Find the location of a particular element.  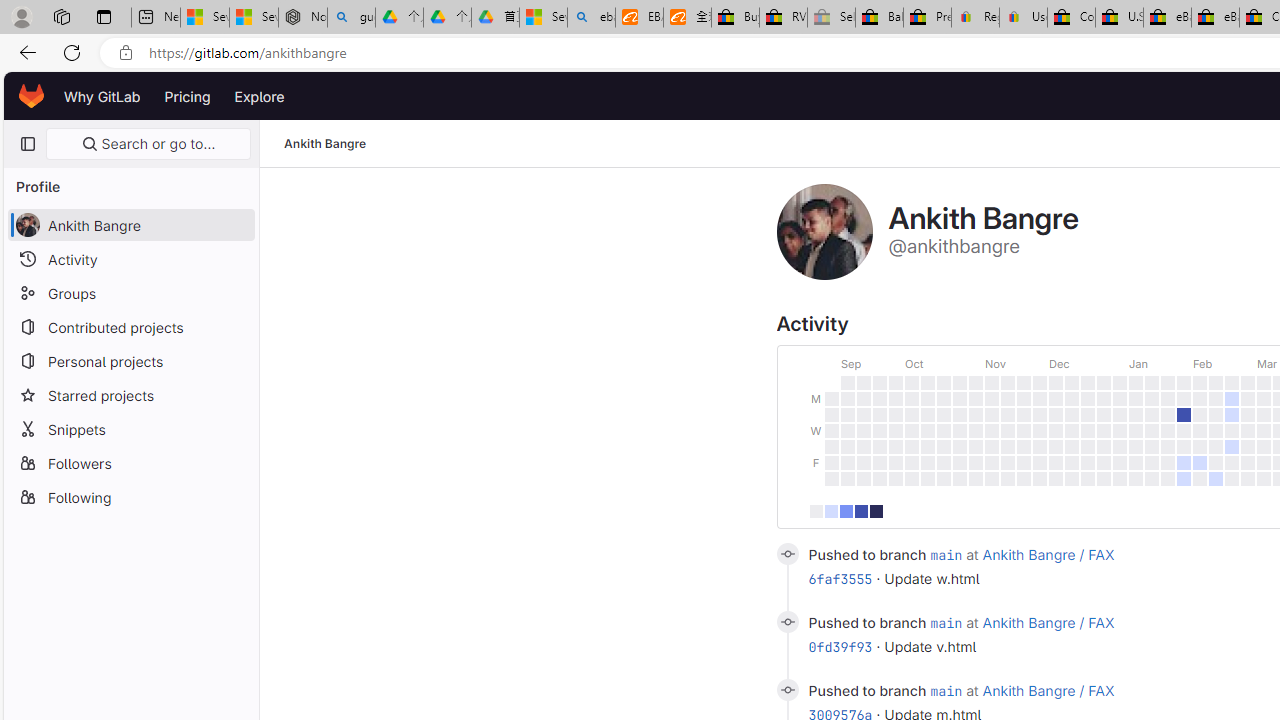

'eBay Inc. Reports Third Quarter 2023 Results' is located at coordinates (1214, 17).